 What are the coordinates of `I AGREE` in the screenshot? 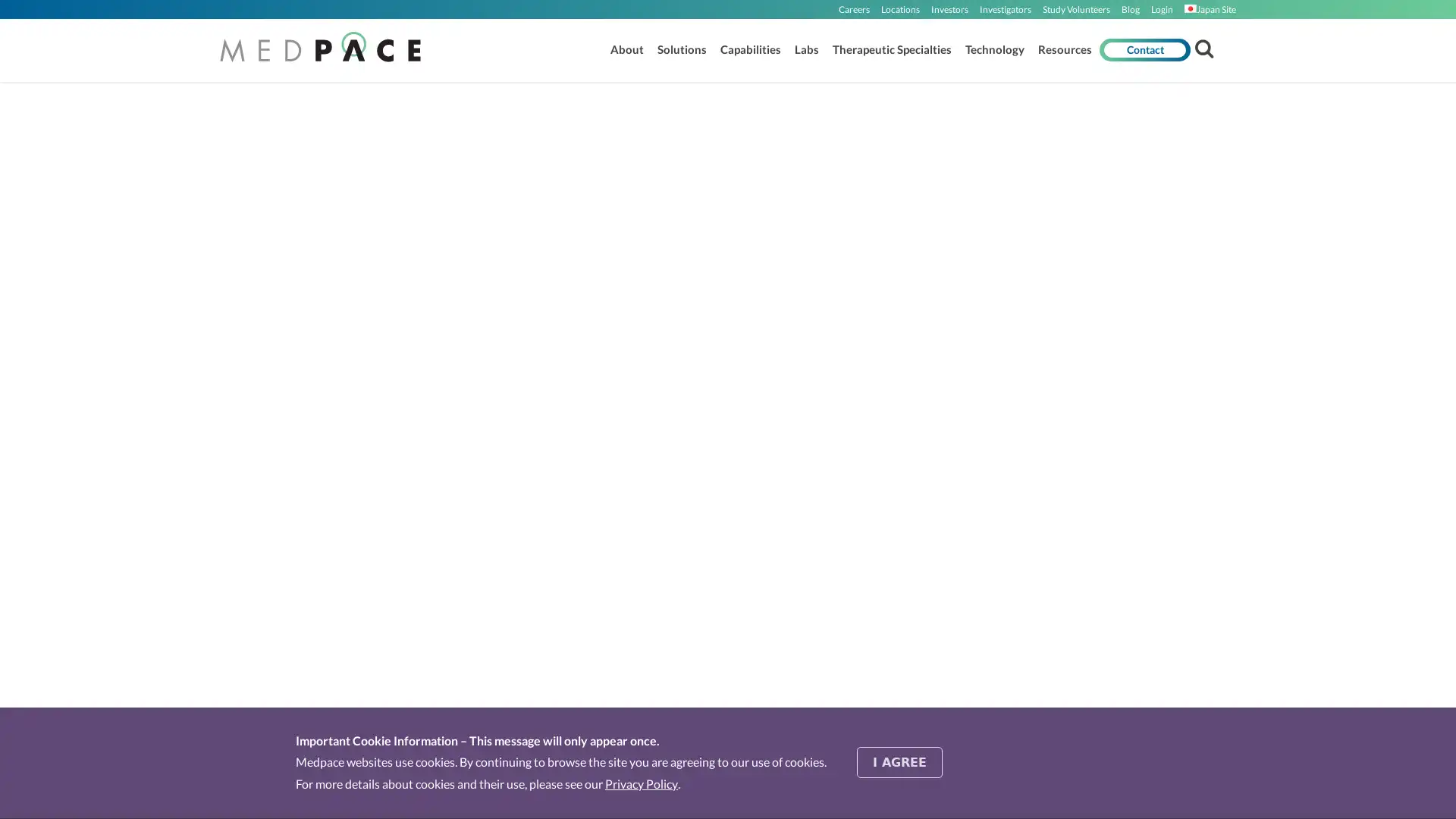 It's located at (899, 762).